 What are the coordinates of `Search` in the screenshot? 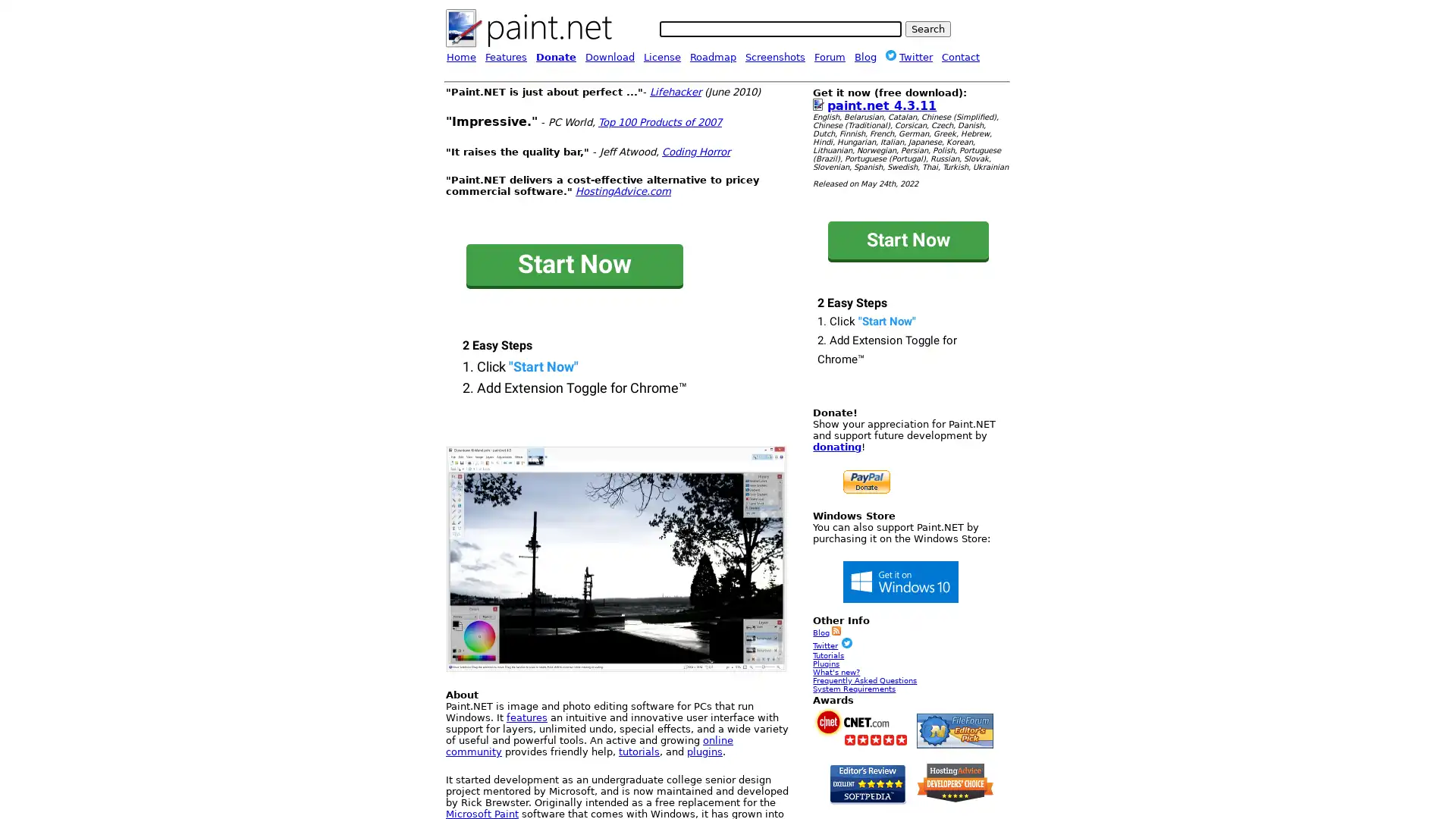 It's located at (927, 29).